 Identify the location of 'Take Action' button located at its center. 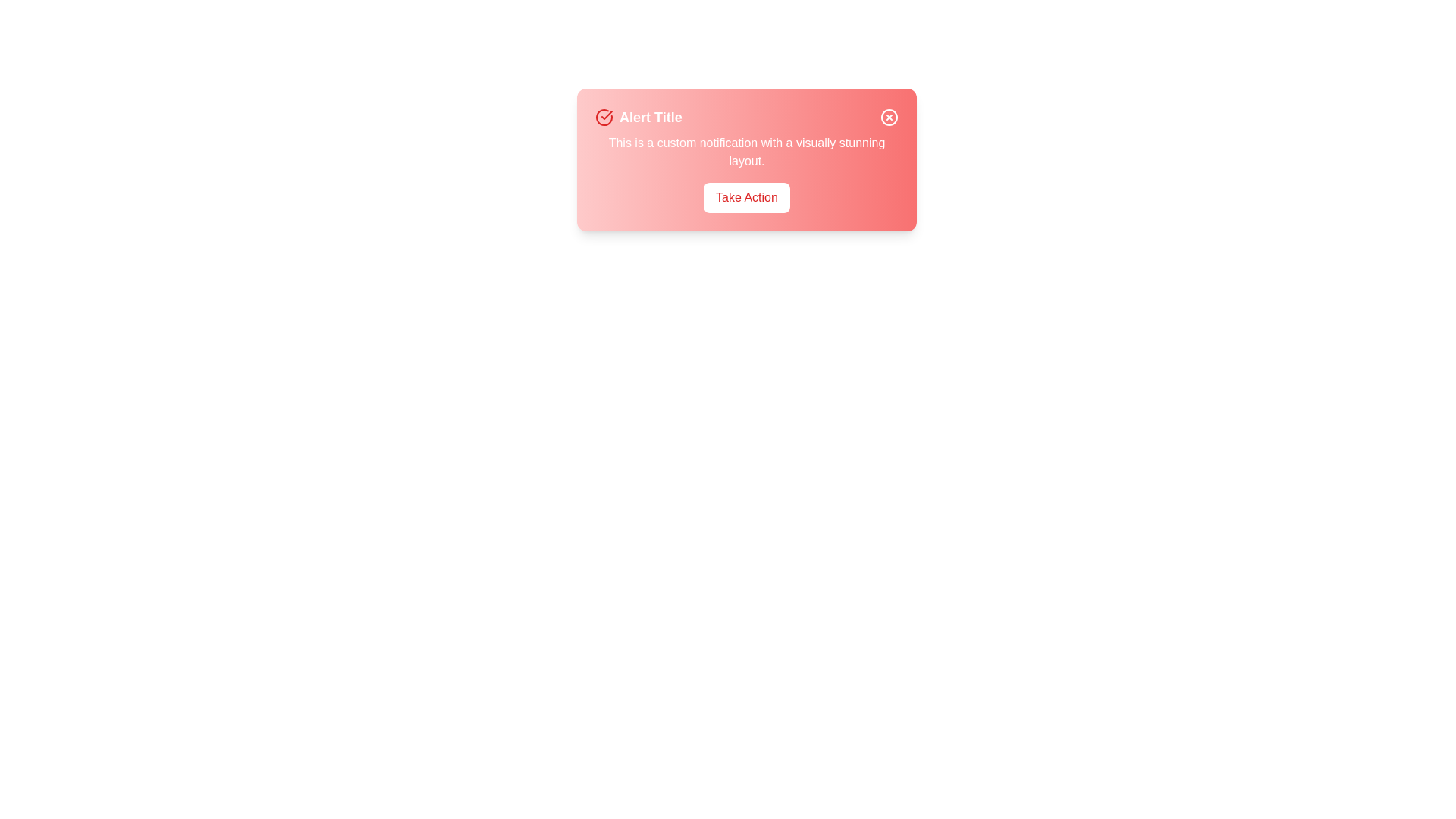
(745, 197).